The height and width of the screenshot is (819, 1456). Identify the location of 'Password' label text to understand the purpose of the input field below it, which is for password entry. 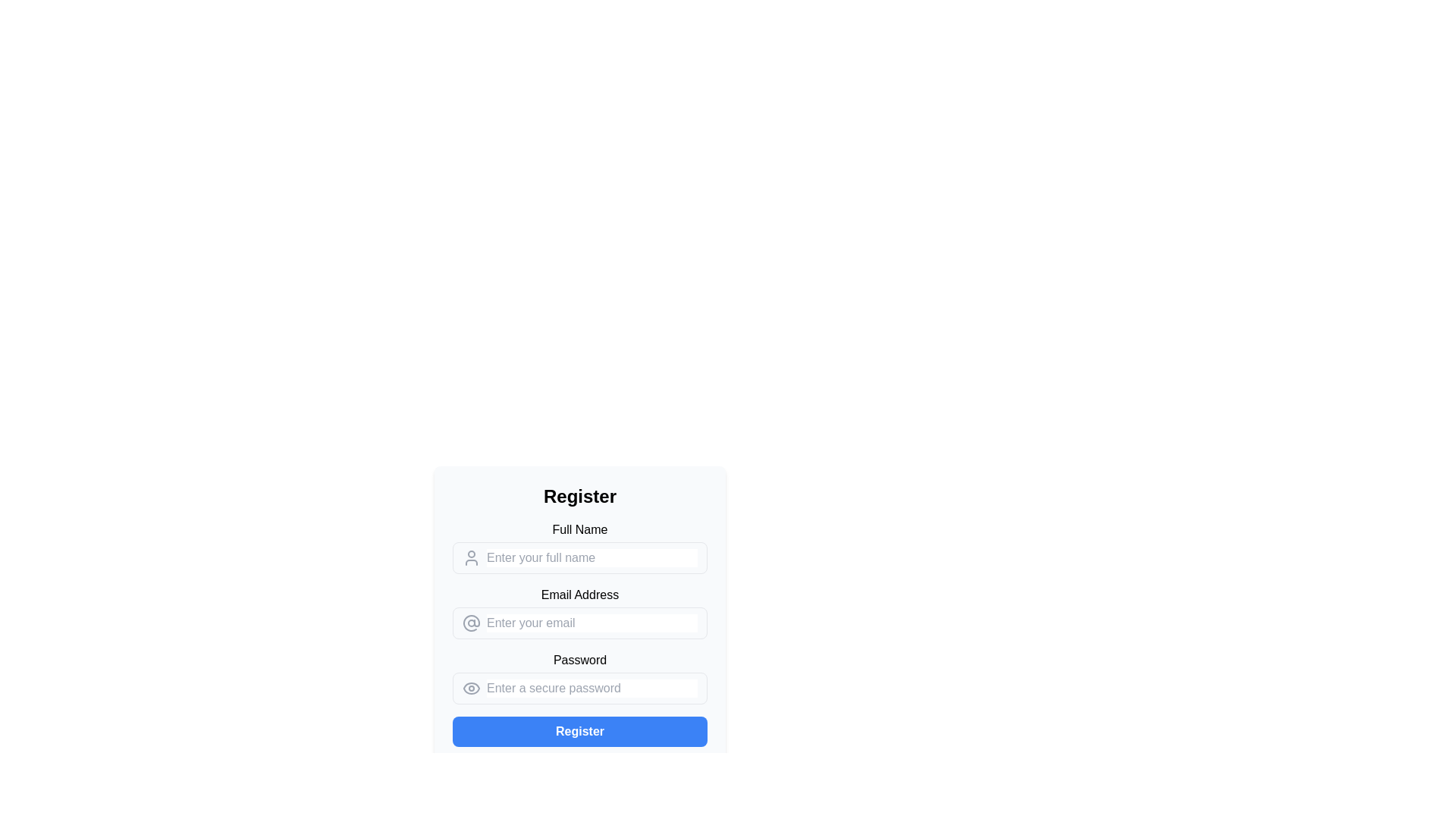
(579, 660).